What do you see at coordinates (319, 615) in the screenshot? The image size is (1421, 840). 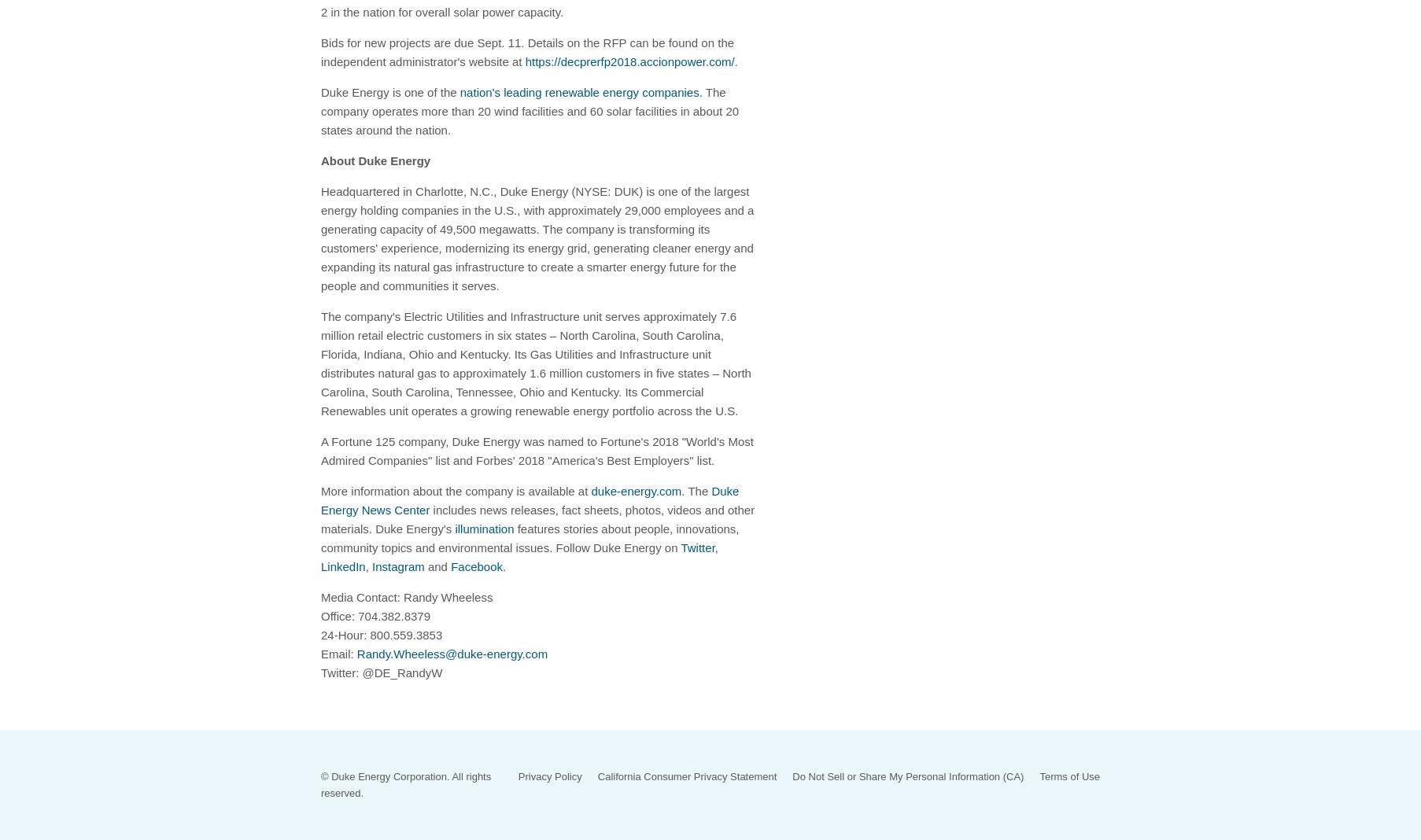 I see `'Office: 704.382.8379'` at bounding box center [319, 615].